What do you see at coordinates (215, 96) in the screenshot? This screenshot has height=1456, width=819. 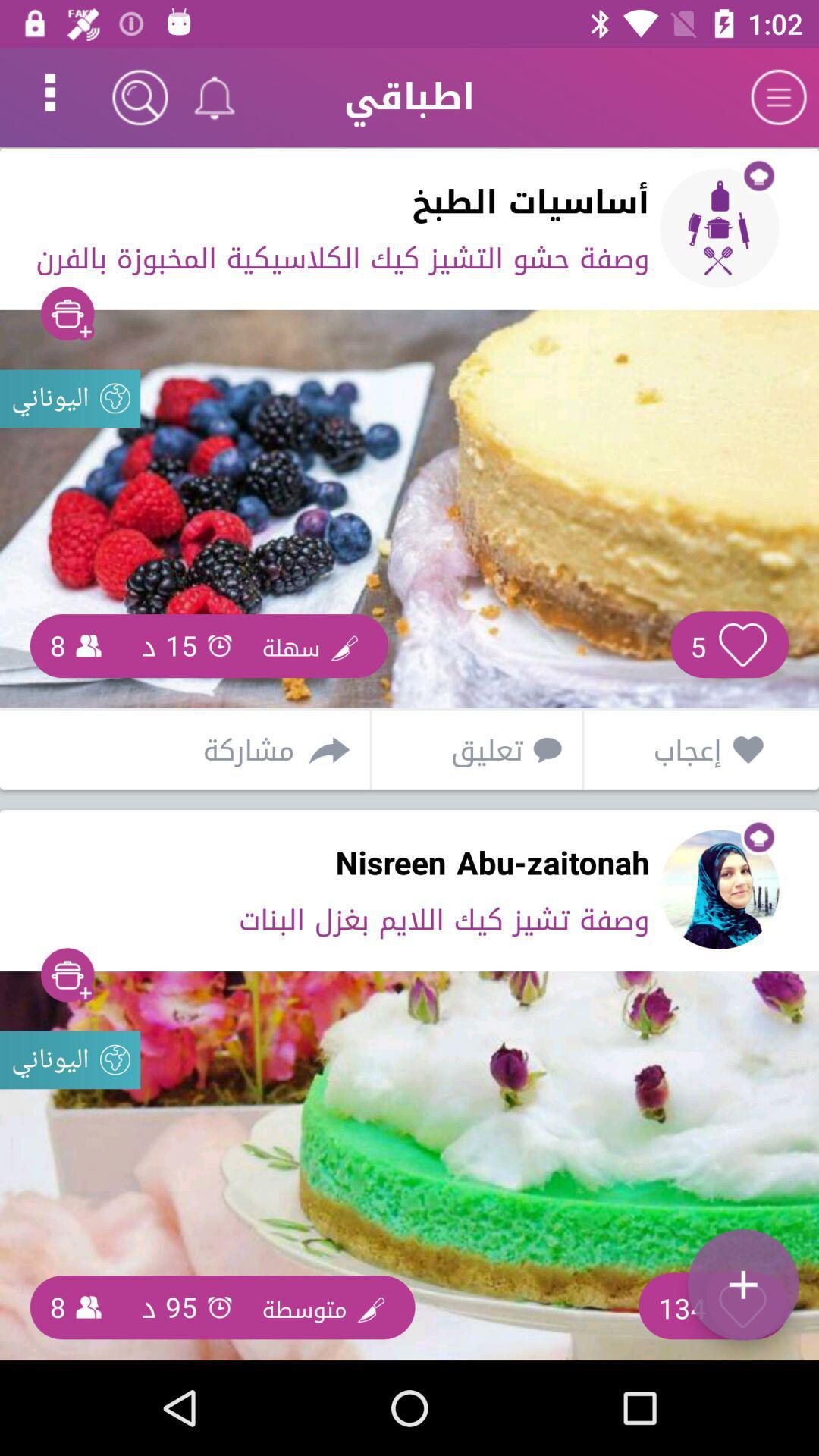 I see `the notifications icon` at bounding box center [215, 96].